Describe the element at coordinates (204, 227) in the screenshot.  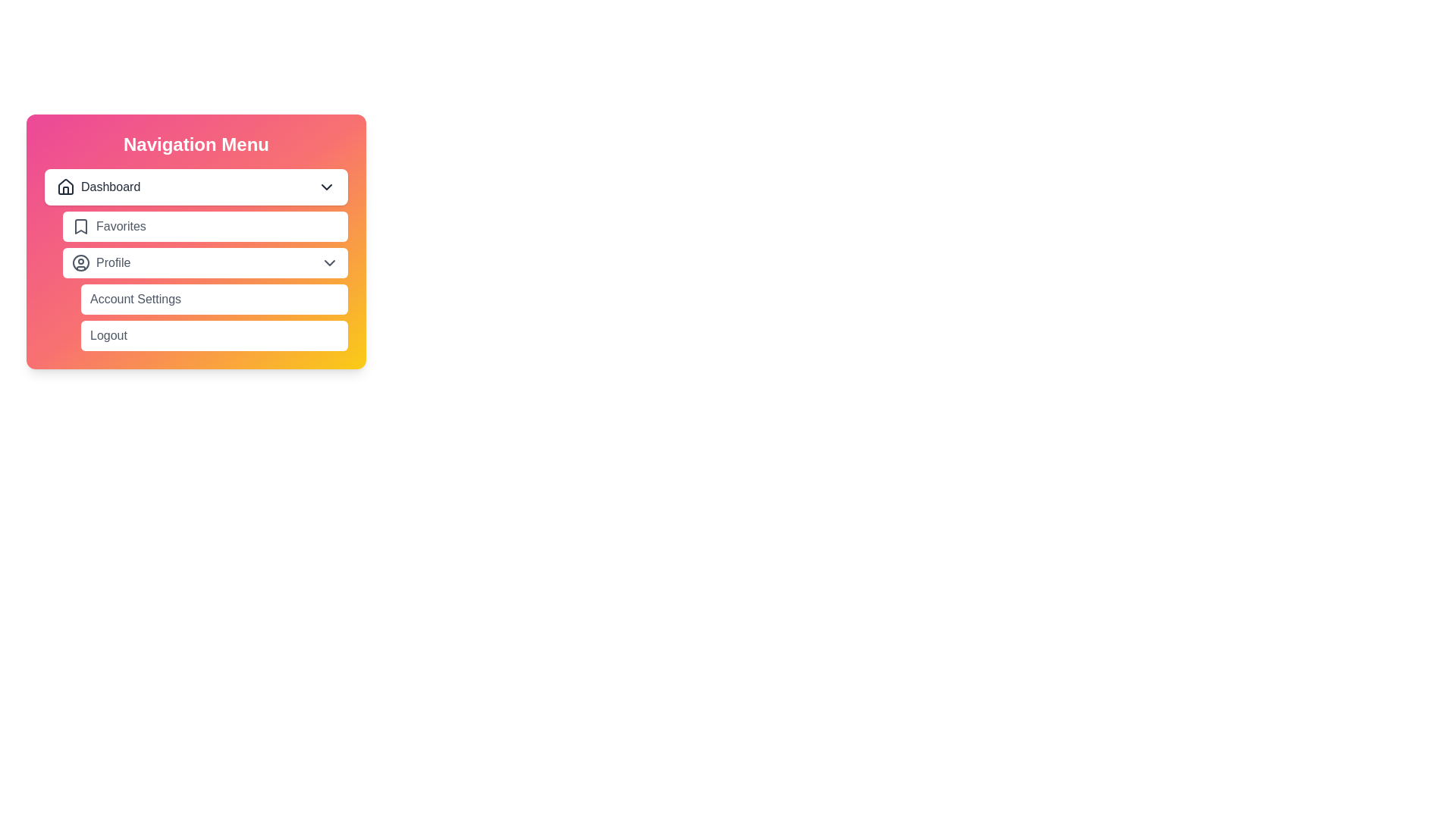
I see `the second button in the vertical menu list, located below 'Dashboard' and above 'Profile'` at that location.